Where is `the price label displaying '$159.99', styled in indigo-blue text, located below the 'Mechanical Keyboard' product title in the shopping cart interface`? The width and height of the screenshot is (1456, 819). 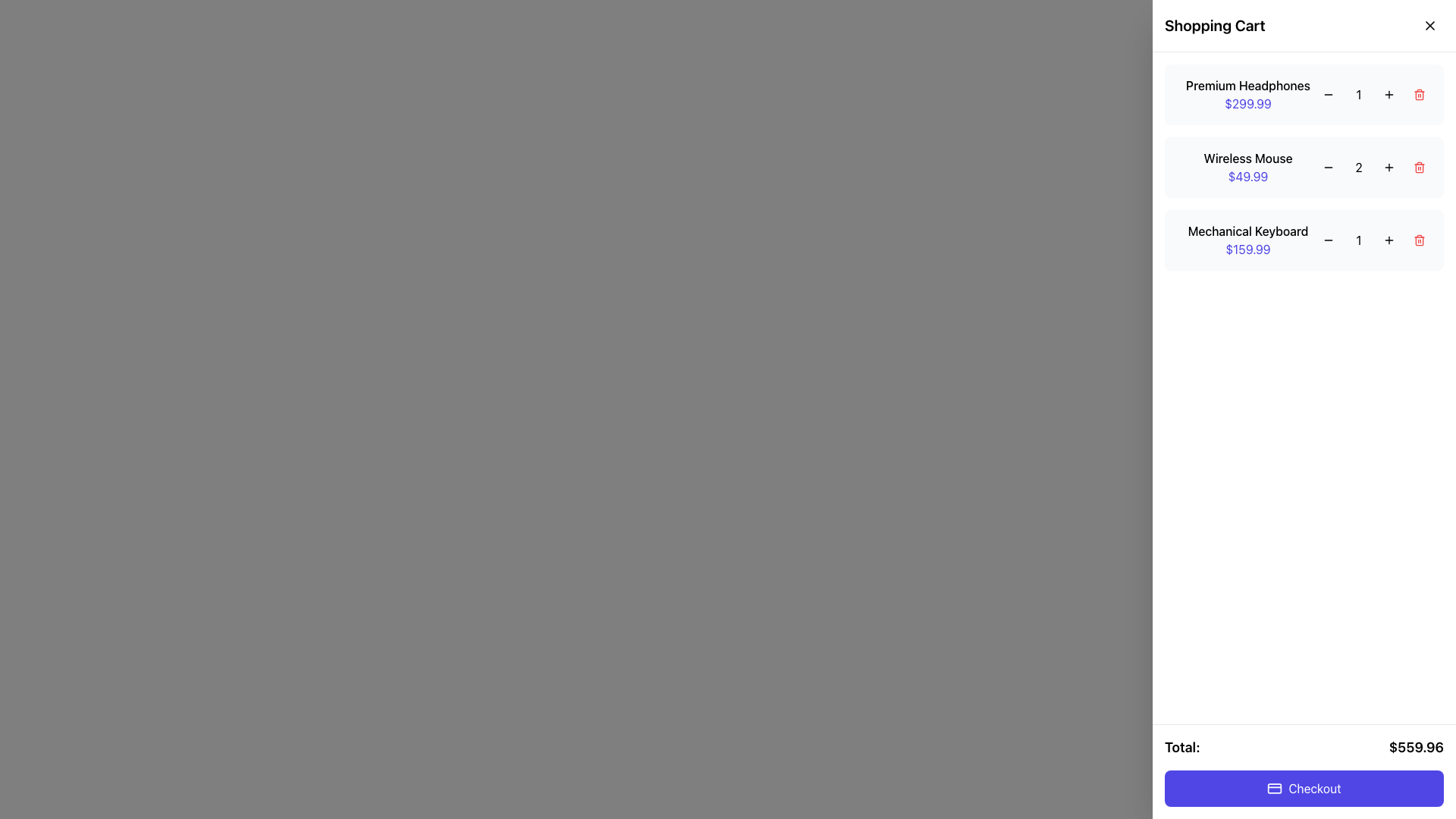 the price label displaying '$159.99', styled in indigo-blue text, located below the 'Mechanical Keyboard' product title in the shopping cart interface is located at coordinates (1248, 248).